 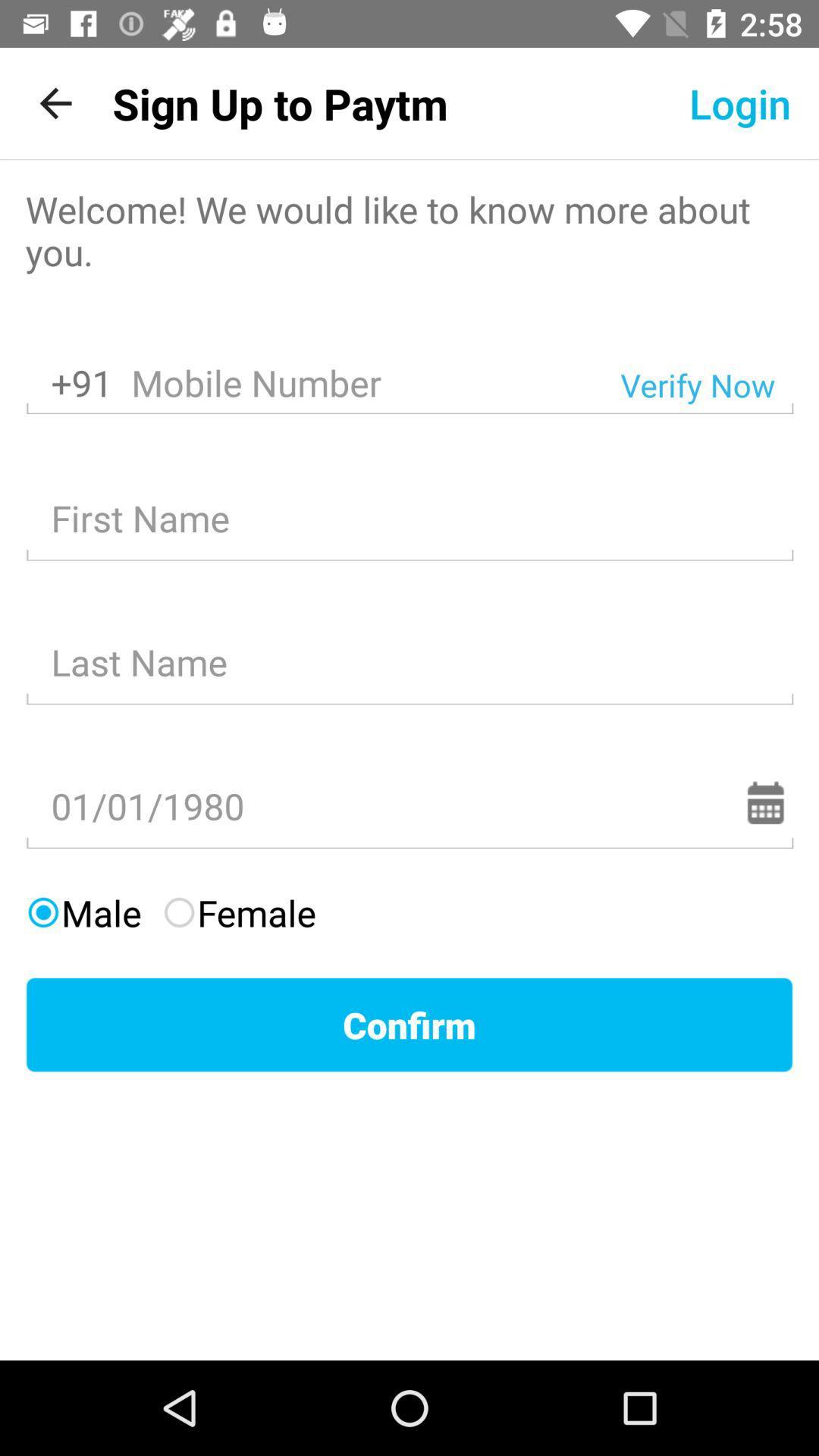 I want to click on the item above the confirm, so click(x=83, y=912).